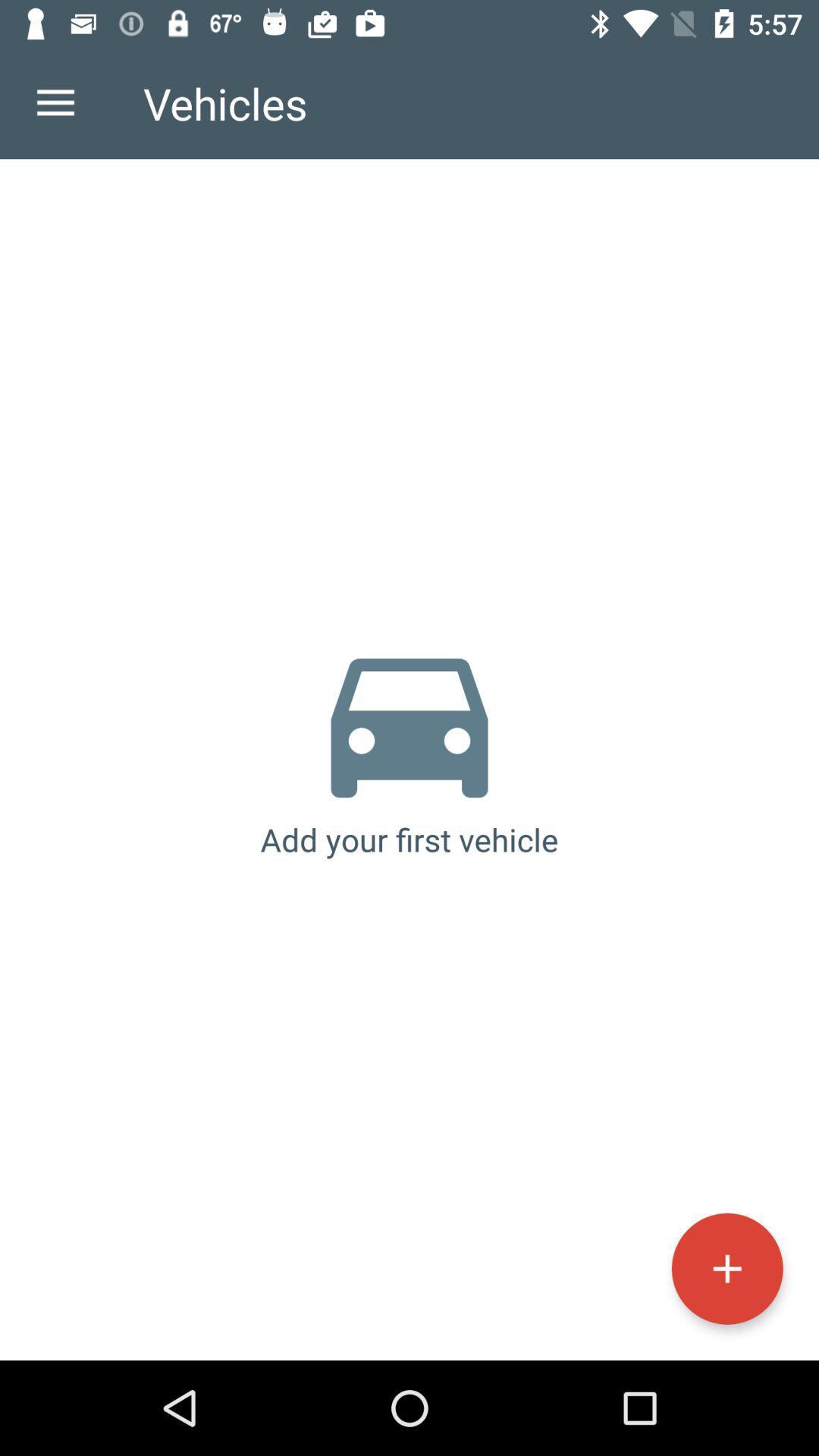 The image size is (819, 1456). I want to click on the item below add your first, so click(726, 1269).